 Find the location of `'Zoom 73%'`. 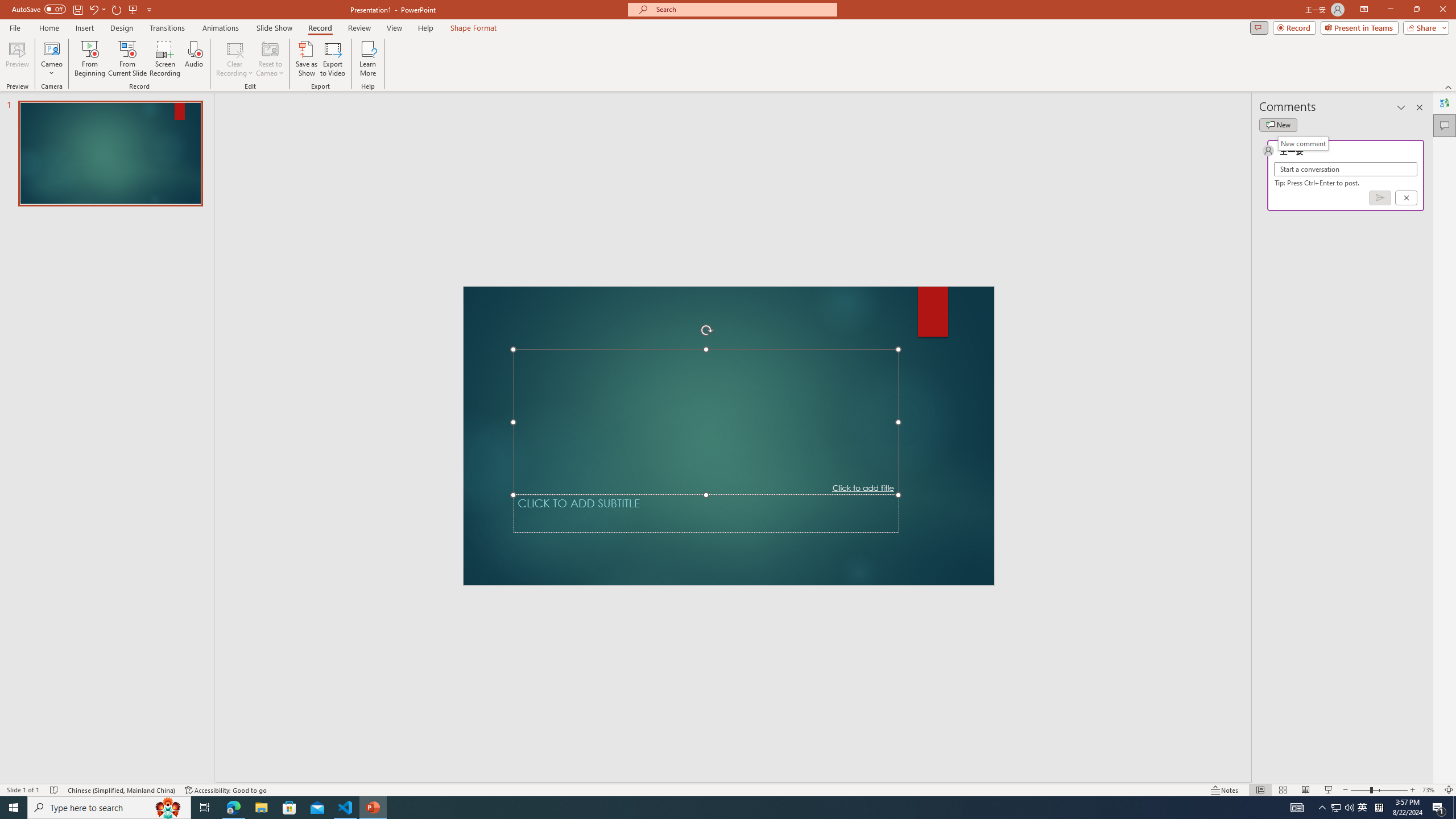

'Zoom 73%' is located at coordinates (1430, 790).